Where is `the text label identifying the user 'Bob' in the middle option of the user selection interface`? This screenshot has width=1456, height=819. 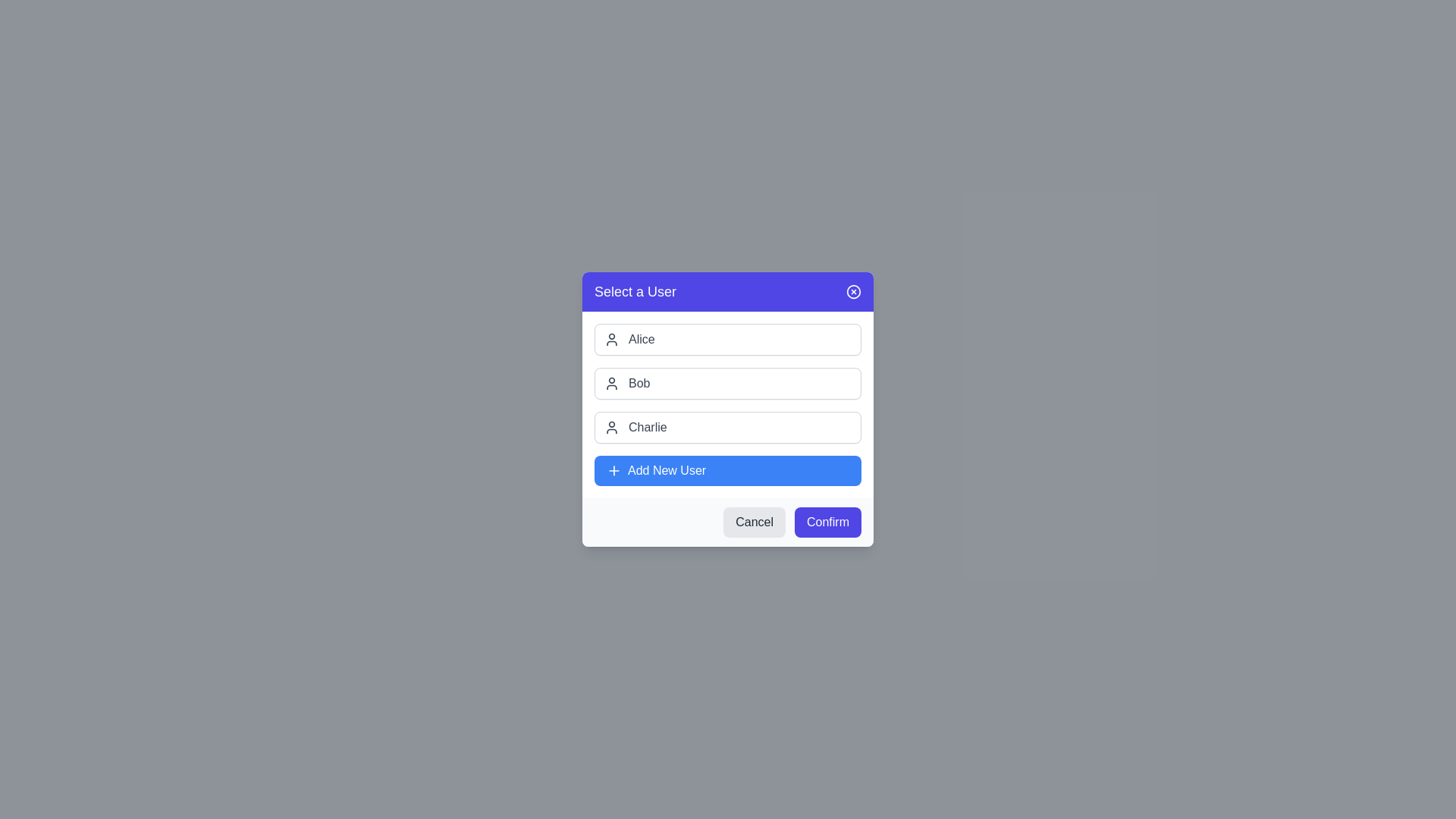 the text label identifying the user 'Bob' in the middle option of the user selection interface is located at coordinates (639, 382).